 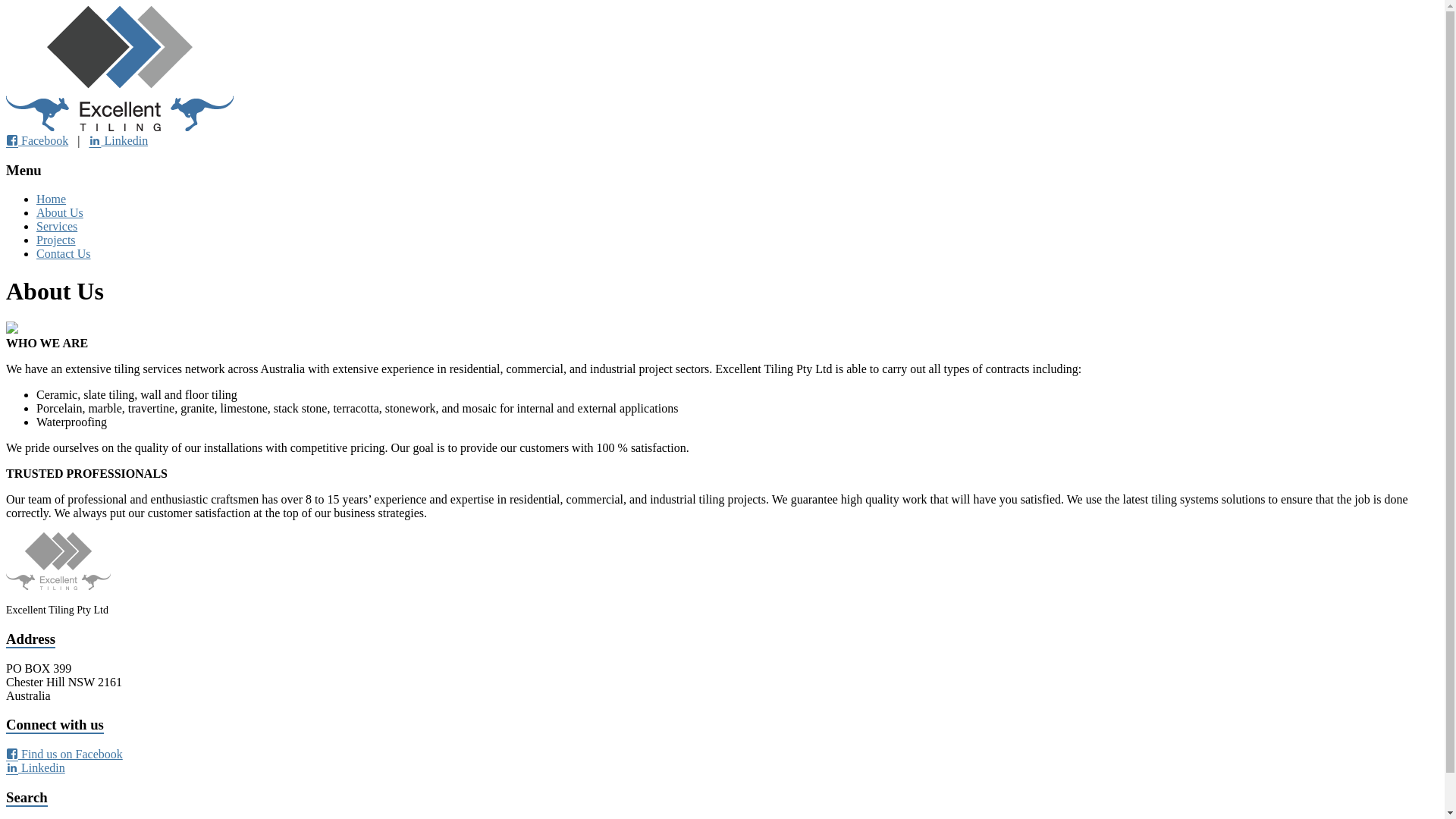 I want to click on 'About Us', so click(x=59, y=212).